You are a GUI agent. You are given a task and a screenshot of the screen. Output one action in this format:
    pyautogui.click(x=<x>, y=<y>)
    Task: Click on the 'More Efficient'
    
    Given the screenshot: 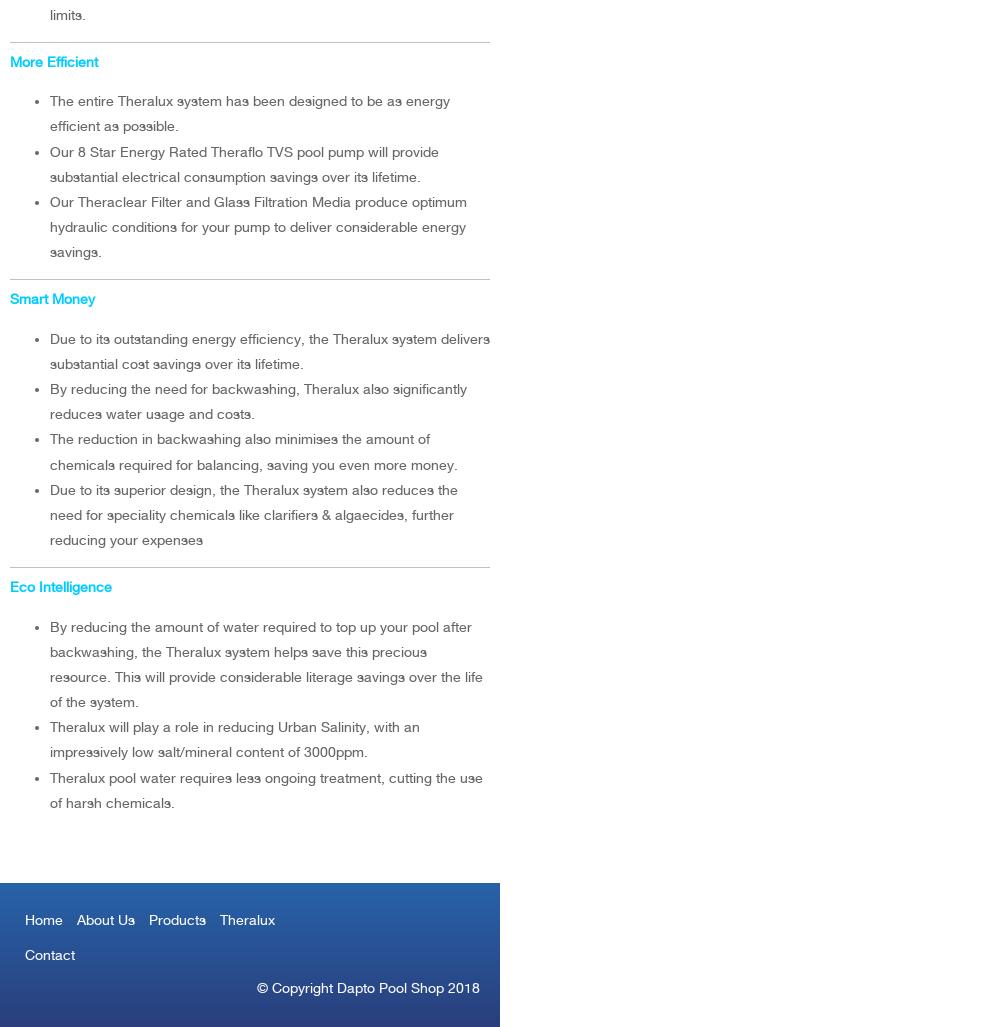 What is the action you would take?
    pyautogui.click(x=10, y=60)
    